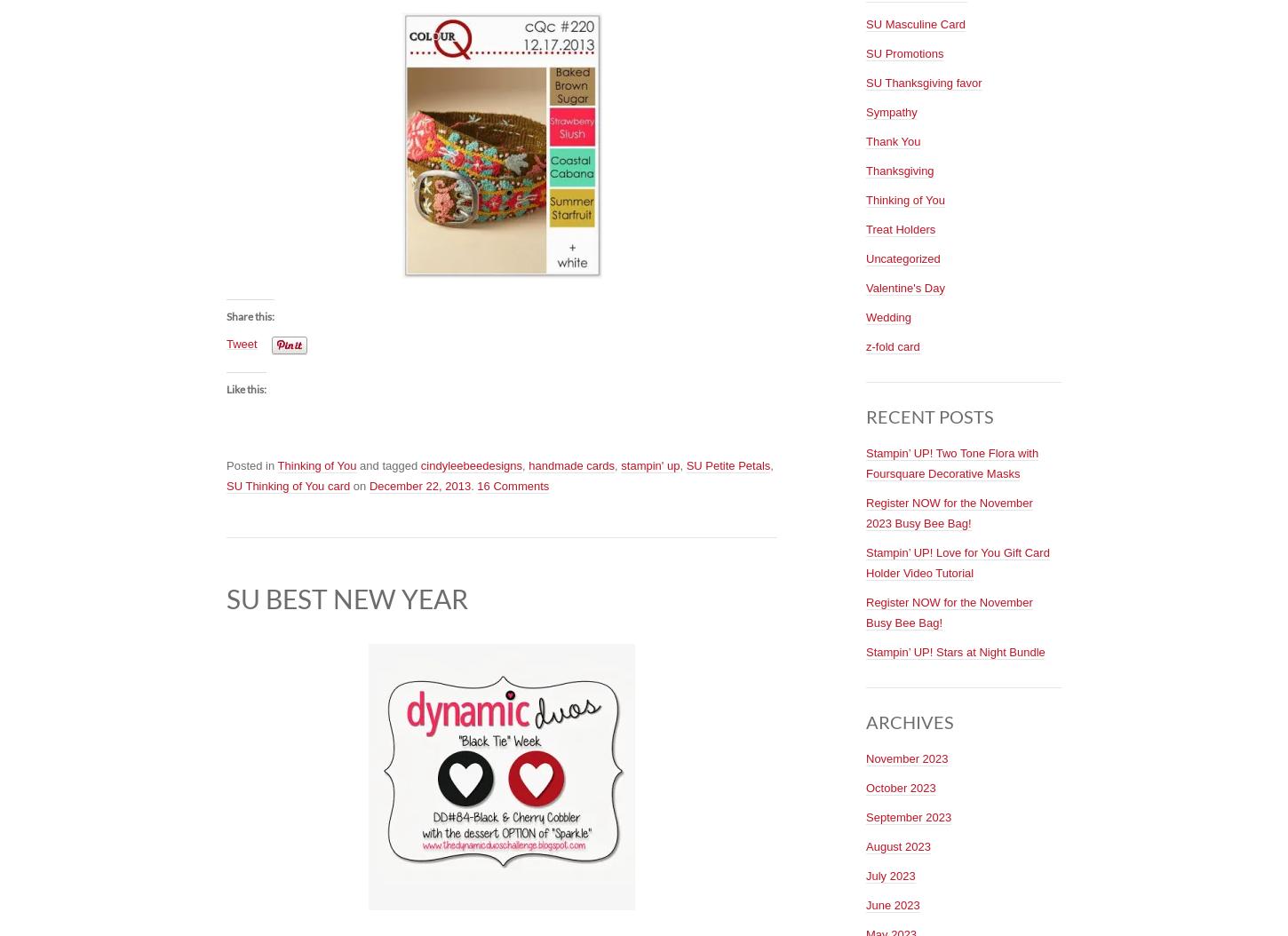 This screenshot has height=936, width=1288. I want to click on 'SU Promotions', so click(865, 52).